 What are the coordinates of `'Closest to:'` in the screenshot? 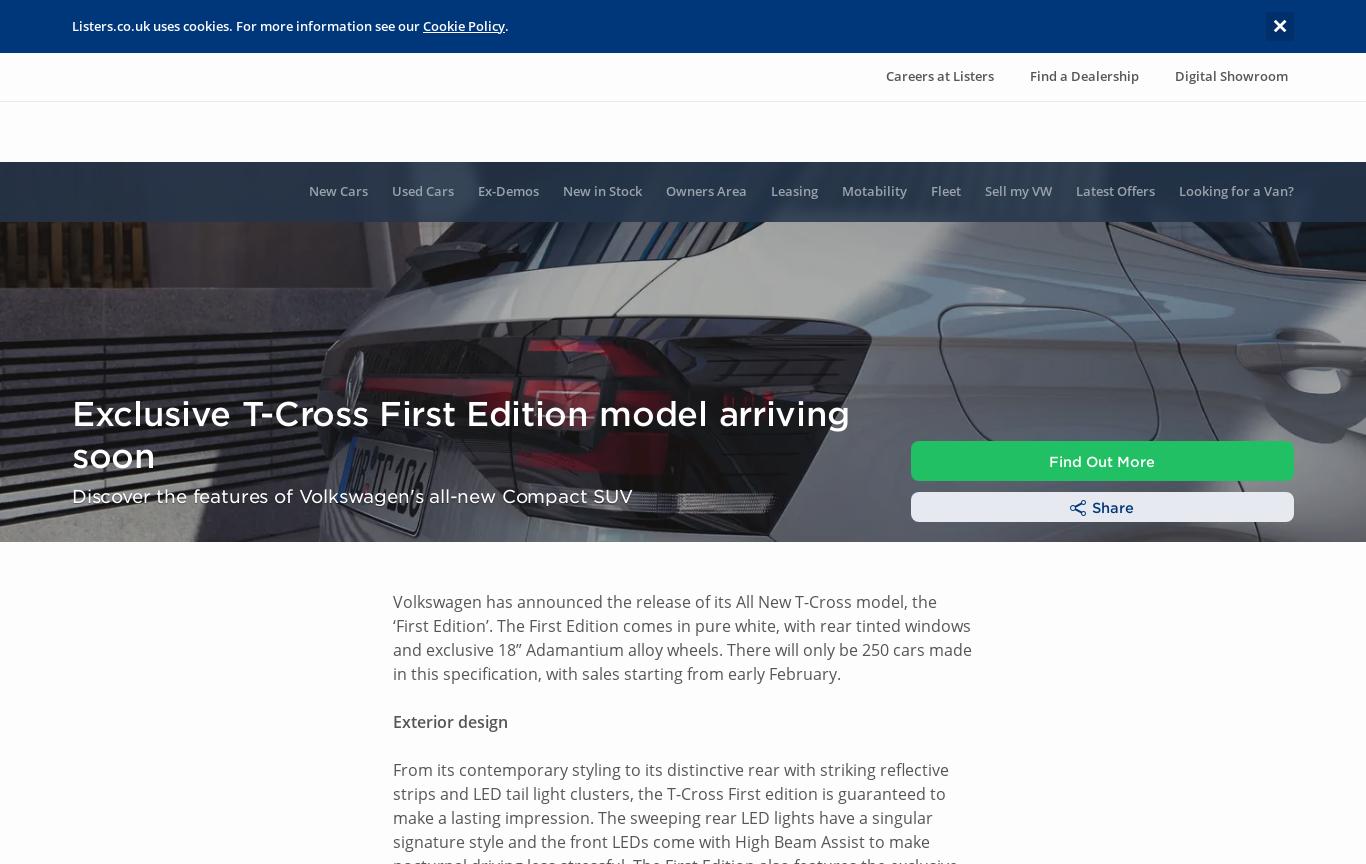 It's located at (954, 584).